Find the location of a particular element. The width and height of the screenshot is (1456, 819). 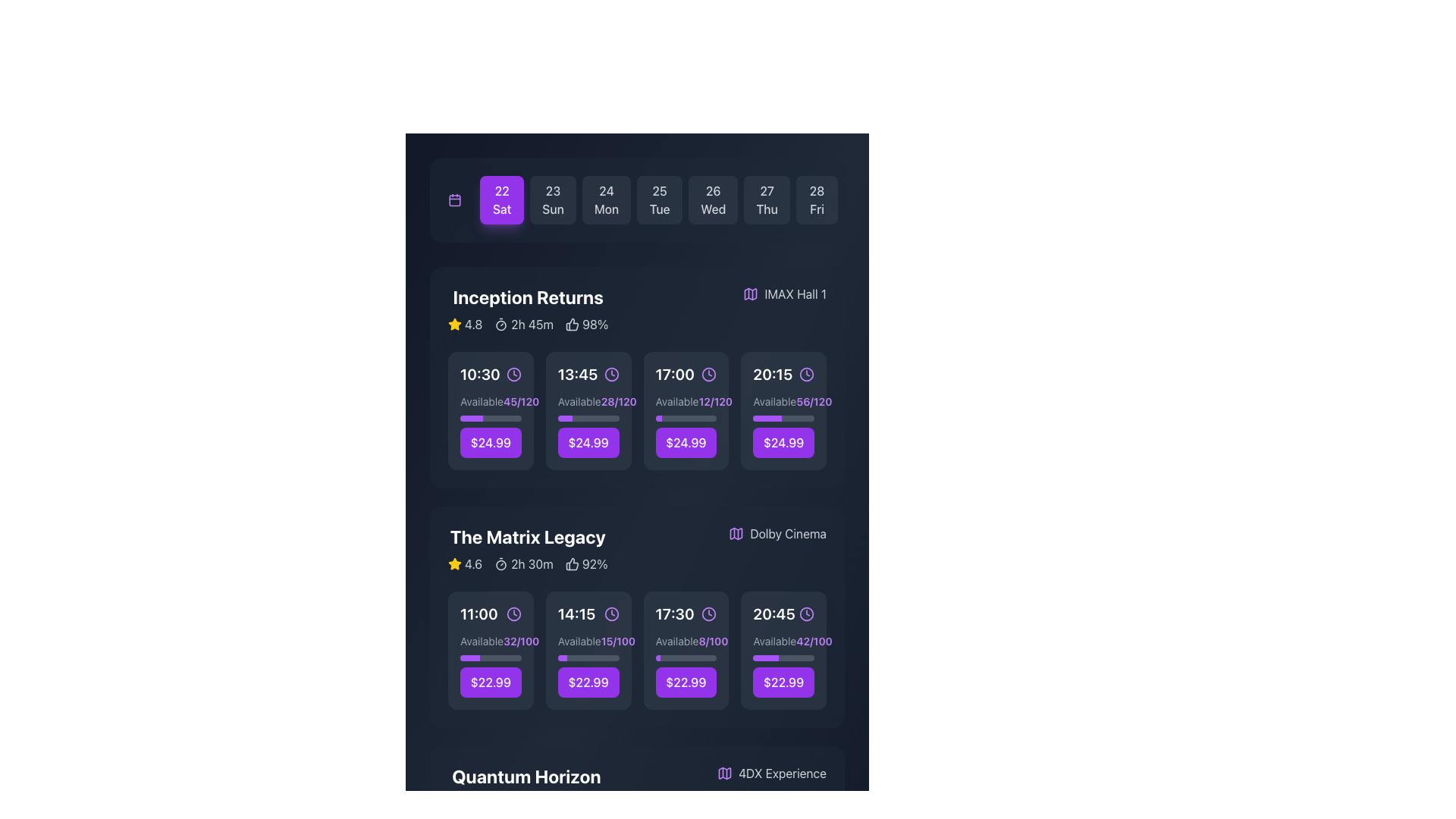

the button labeled '27 Thu' is located at coordinates (767, 199).